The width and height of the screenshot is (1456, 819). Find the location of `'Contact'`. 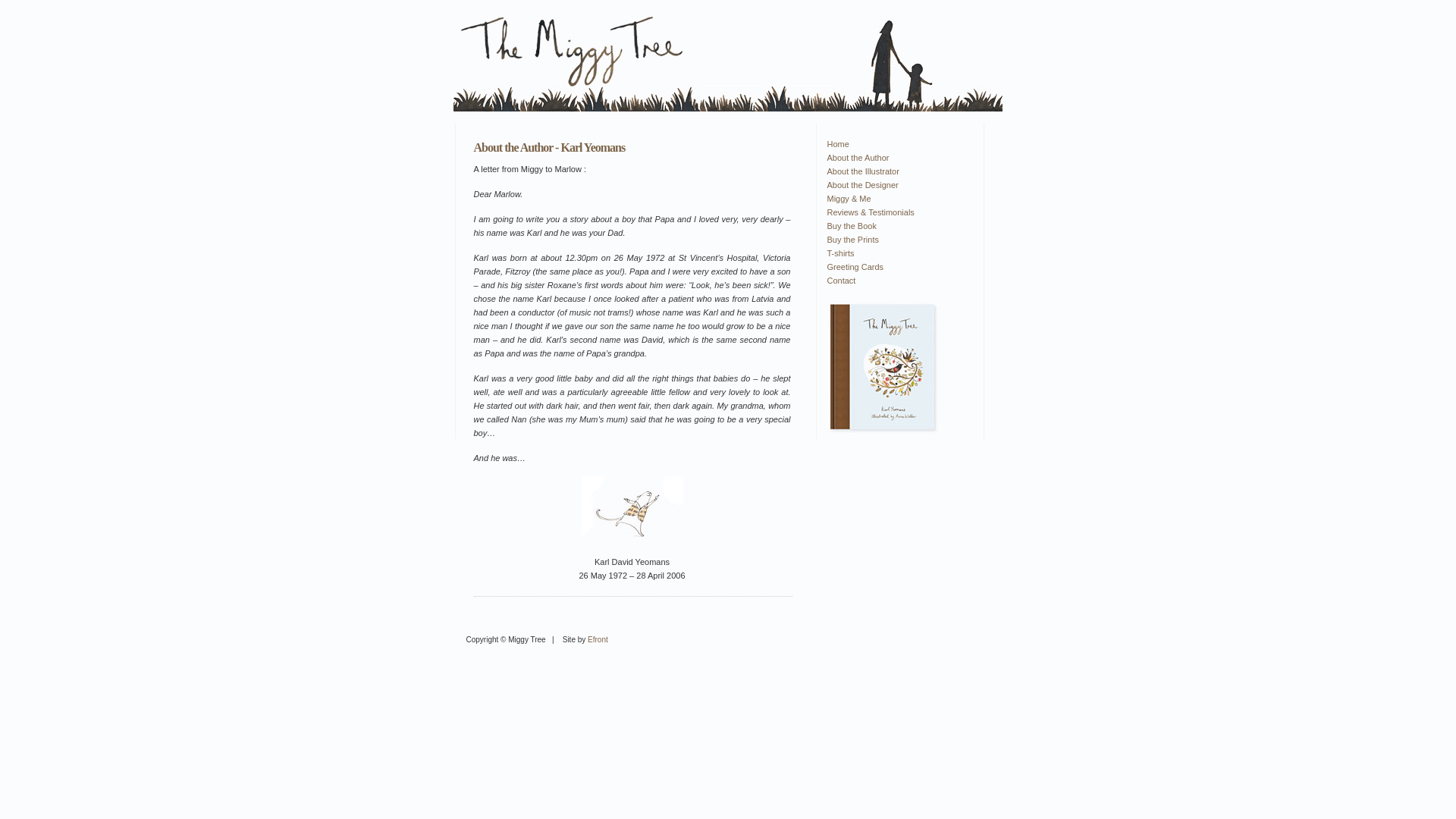

'Contact' is located at coordinates (825, 281).